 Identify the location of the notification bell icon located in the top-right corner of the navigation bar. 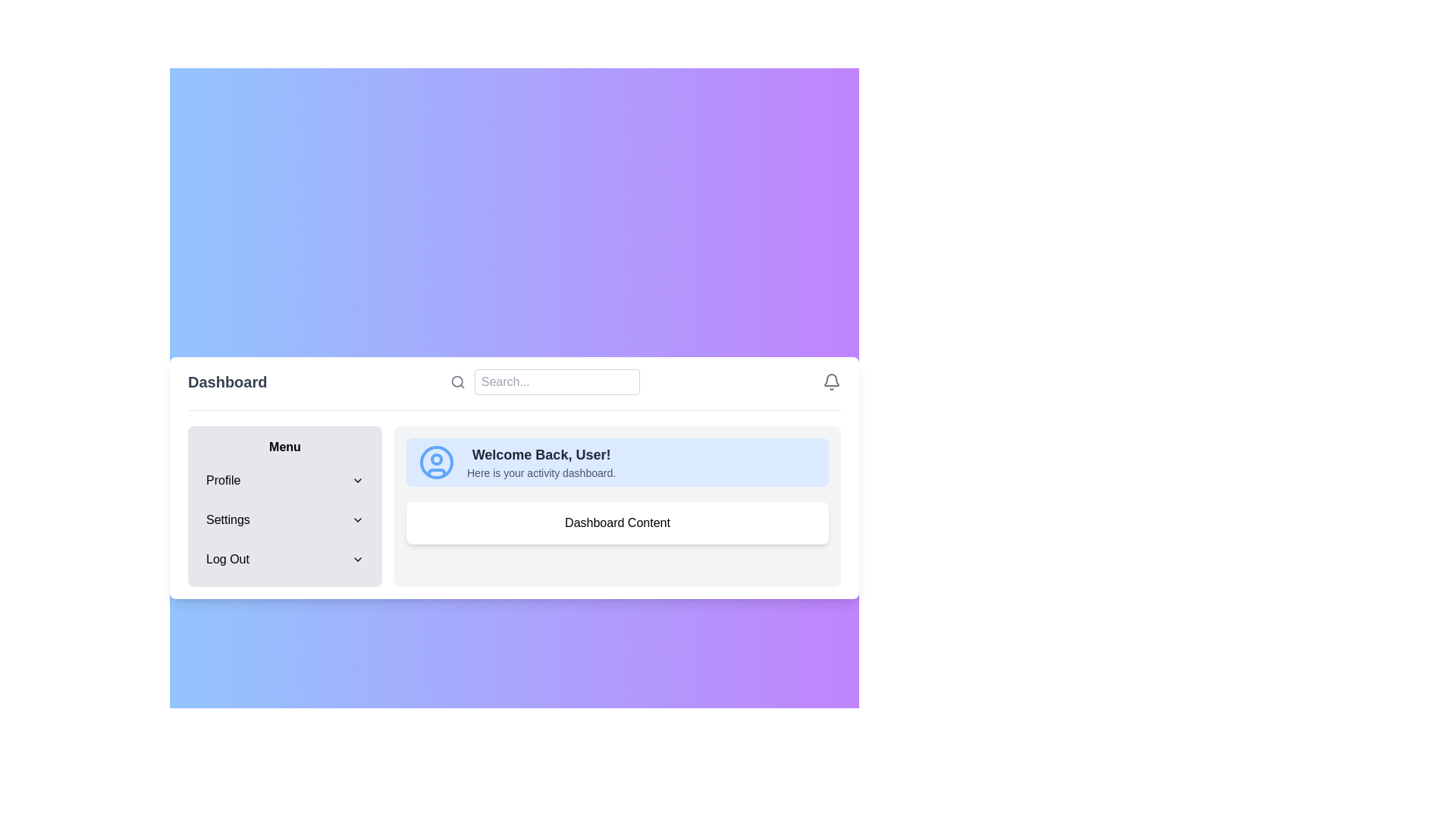
(831, 381).